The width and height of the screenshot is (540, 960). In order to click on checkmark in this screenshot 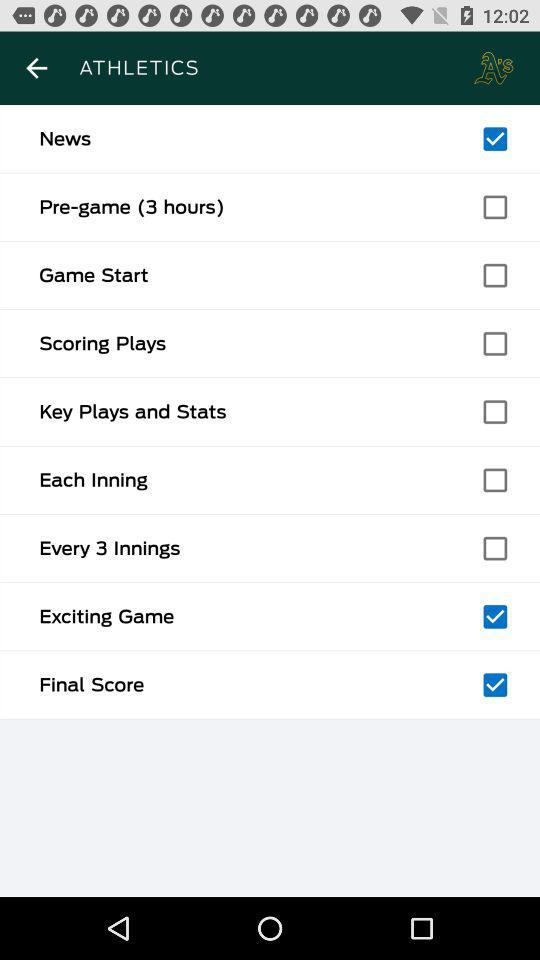, I will do `click(494, 548)`.